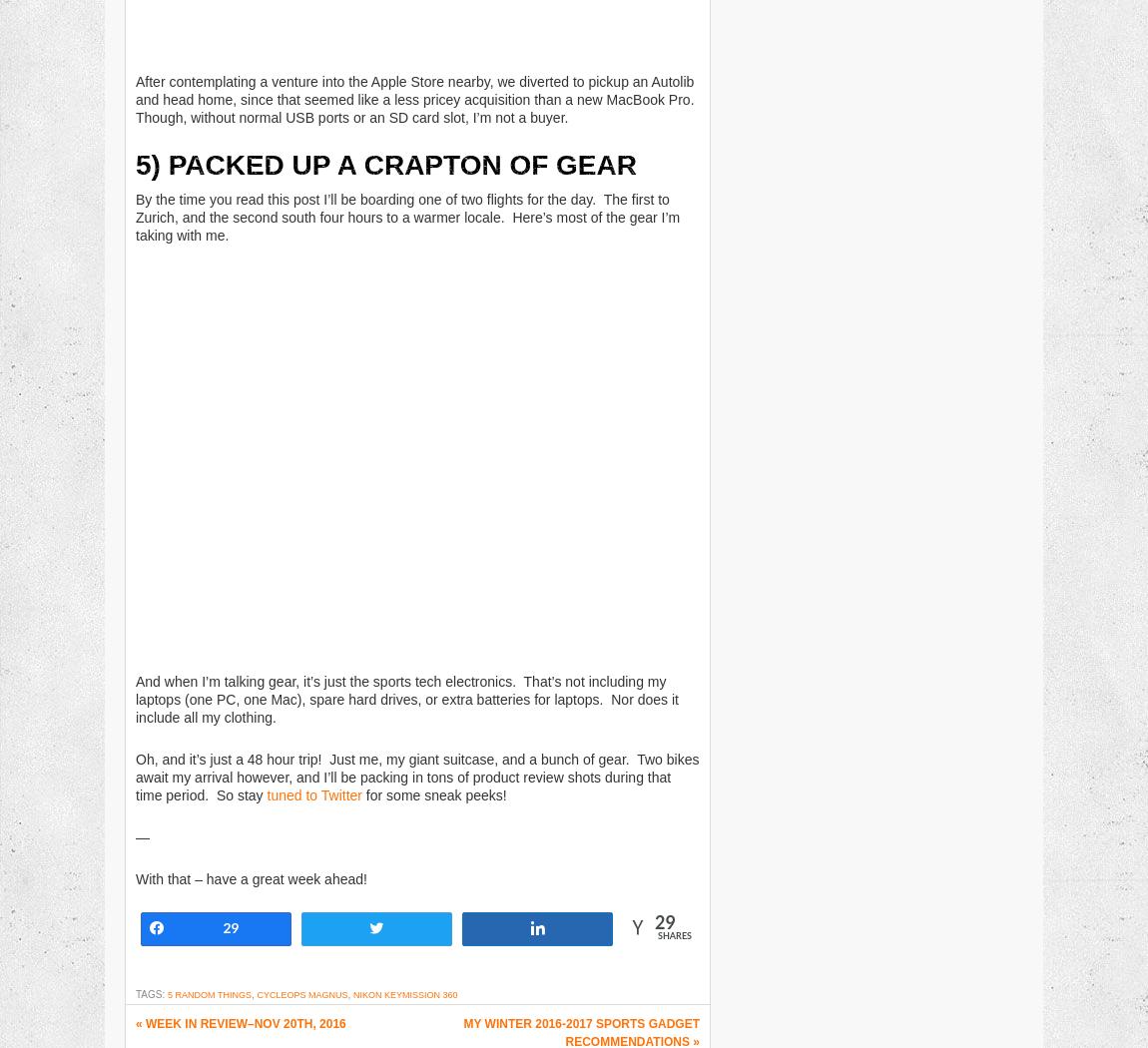 The width and height of the screenshot is (1148, 1048). What do you see at coordinates (135, 699) in the screenshot?
I see `'And when I’m talking gear, it’s just the sports tech electronics.  That’s not including my laptops (one PC, one Mac), spare hard drives, or extra batteries for laptops.  Nor does it include all my clothing.'` at bounding box center [135, 699].